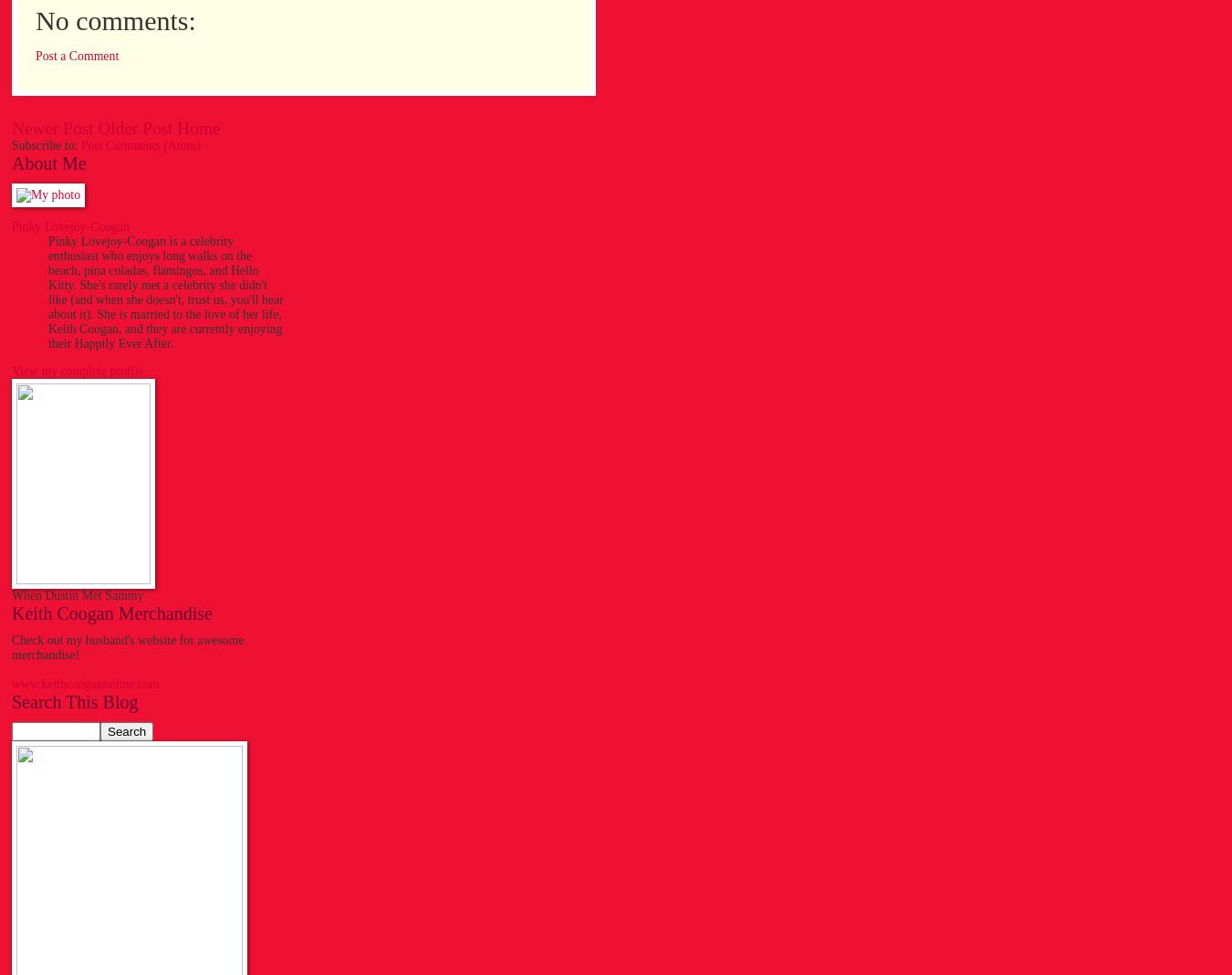  What do you see at coordinates (73, 700) in the screenshot?
I see `'Search This Blog'` at bounding box center [73, 700].